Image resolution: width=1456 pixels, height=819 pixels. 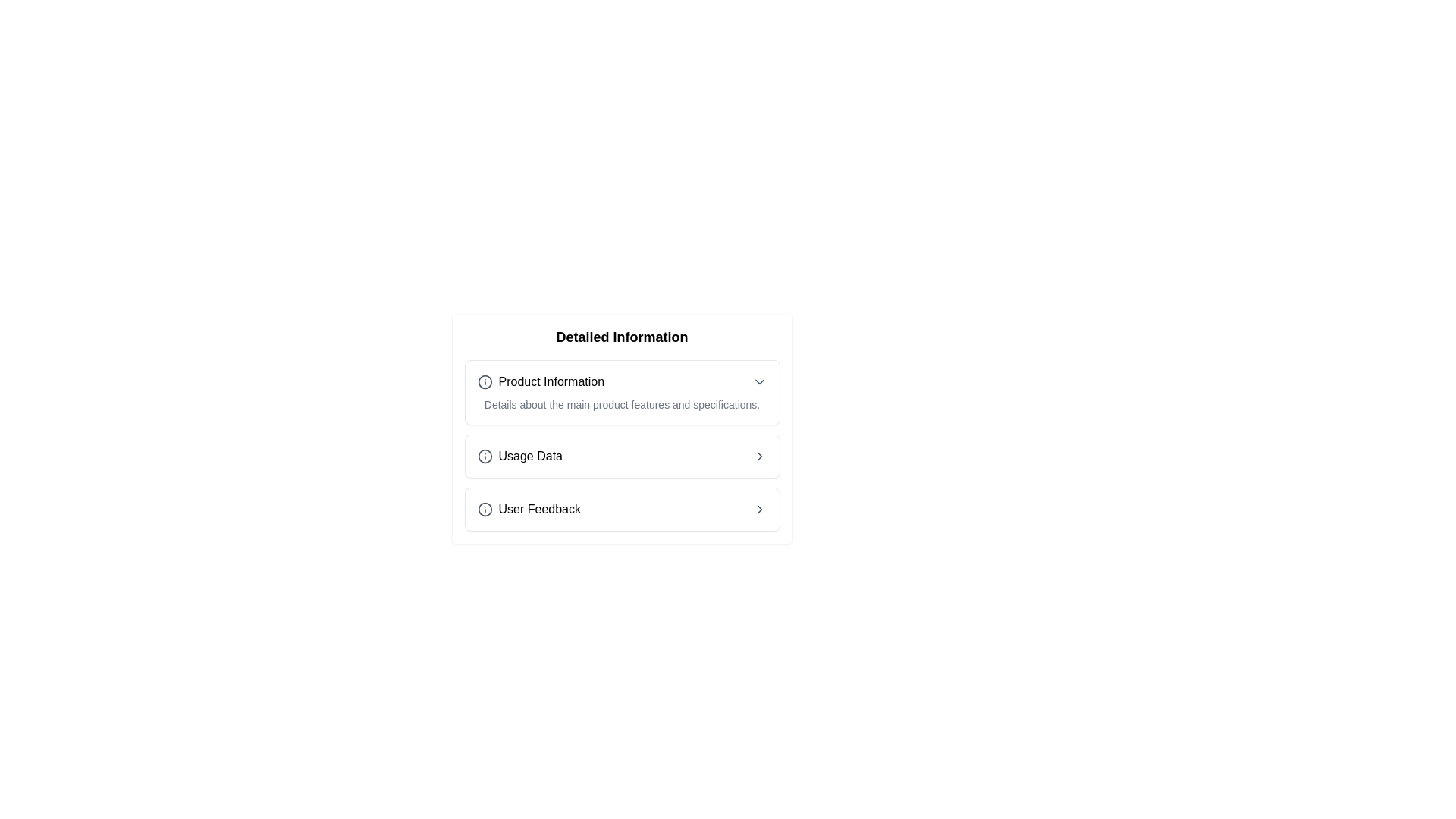 What do you see at coordinates (622, 336) in the screenshot?
I see `text from the centered text component displaying 'Detailed Information' located at the top of the white rectangular card` at bounding box center [622, 336].